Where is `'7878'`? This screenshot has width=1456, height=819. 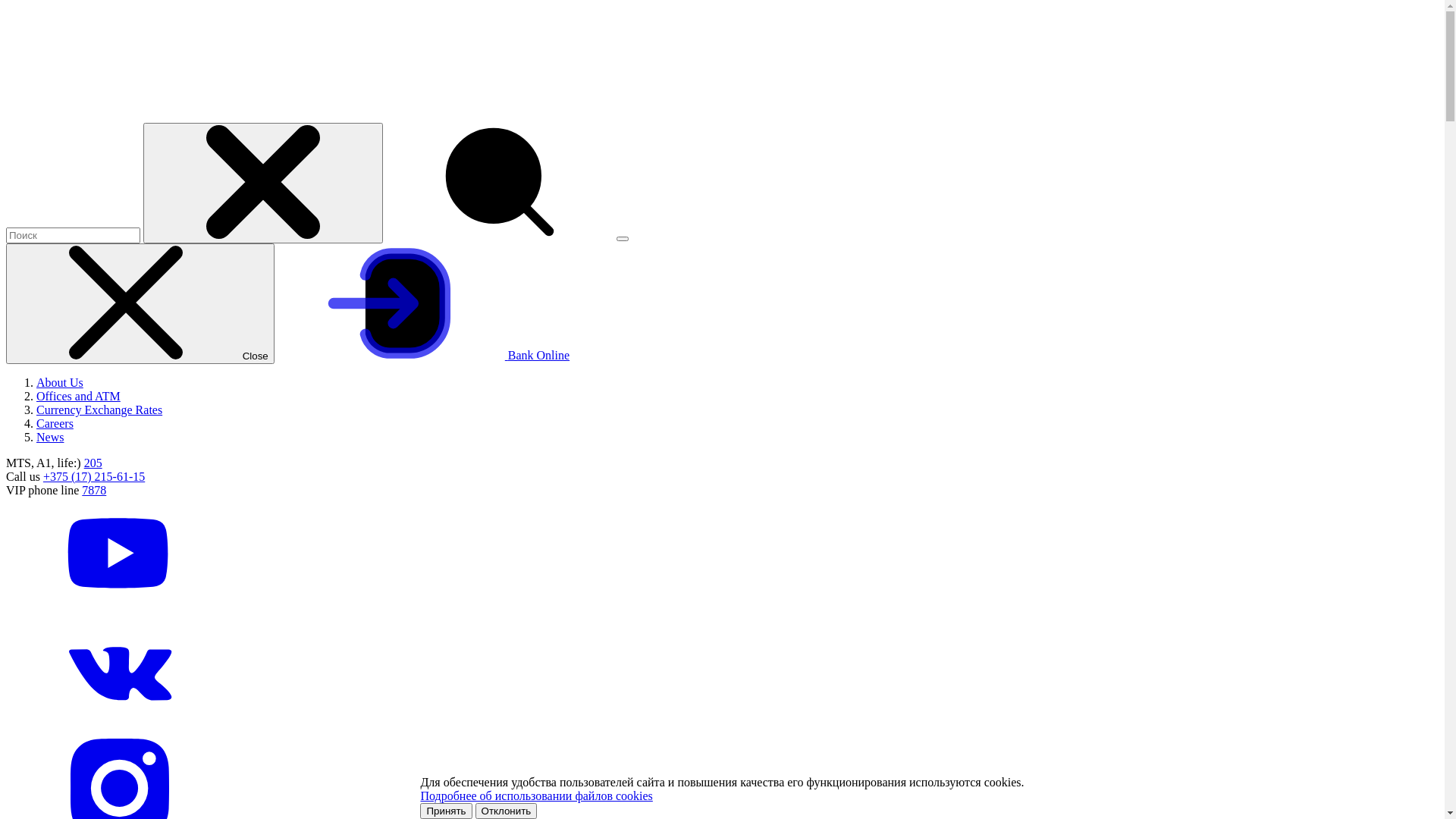
'7878' is located at coordinates (93, 490).